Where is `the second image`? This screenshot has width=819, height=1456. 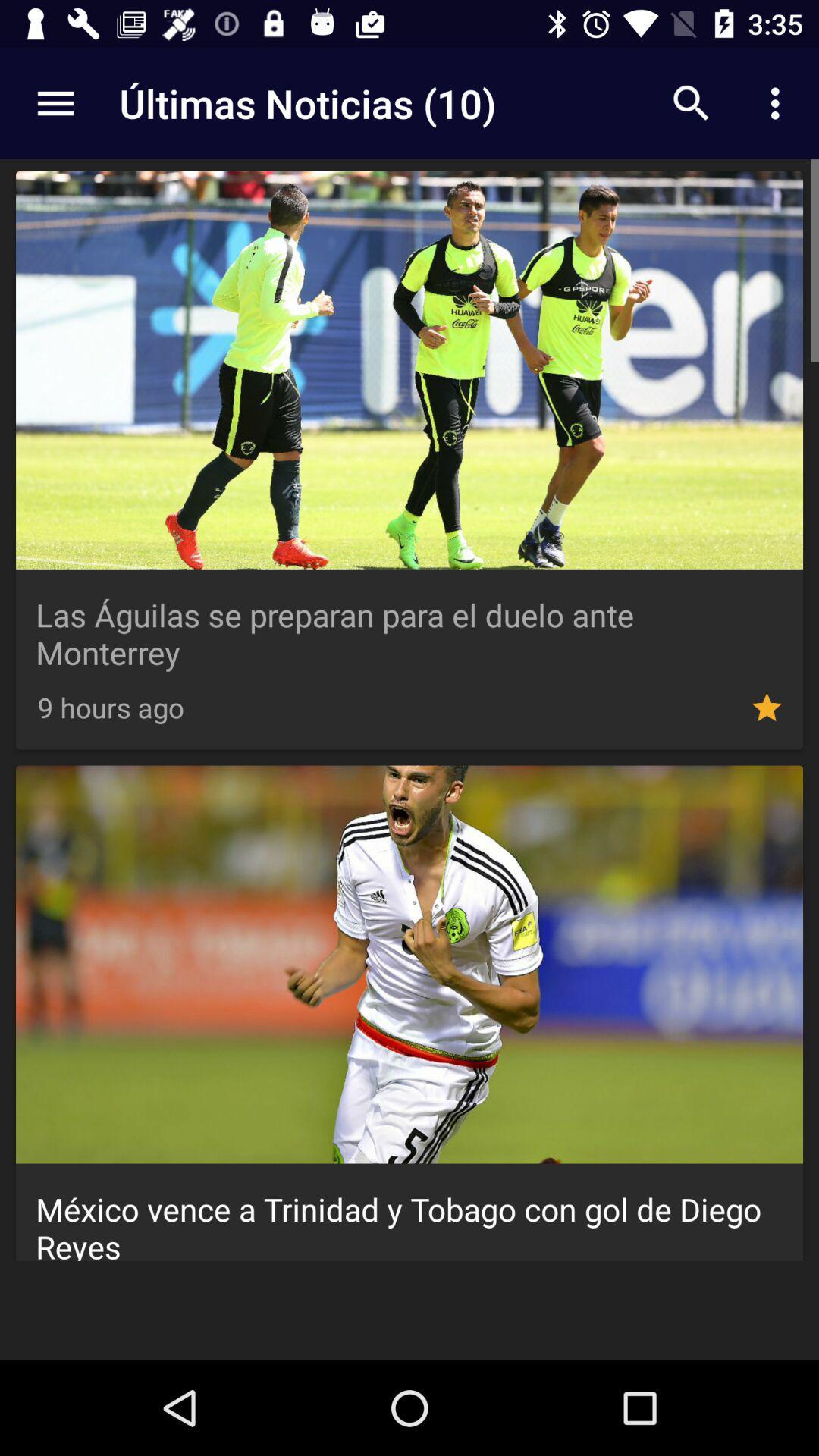 the second image is located at coordinates (409, 964).